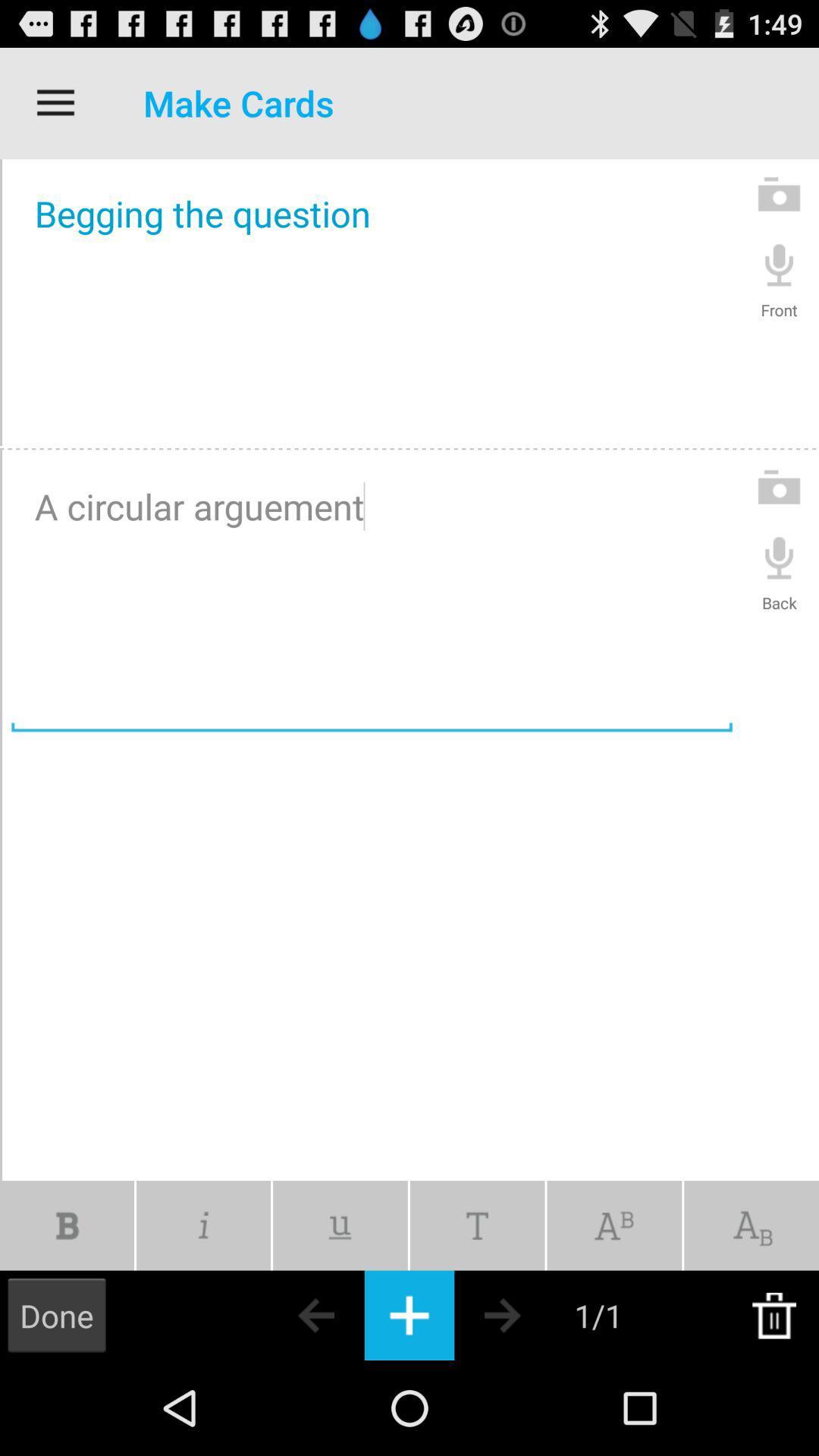 Image resolution: width=819 pixels, height=1456 pixels. Describe the element at coordinates (614, 1225) in the screenshot. I see `a text tool` at that location.